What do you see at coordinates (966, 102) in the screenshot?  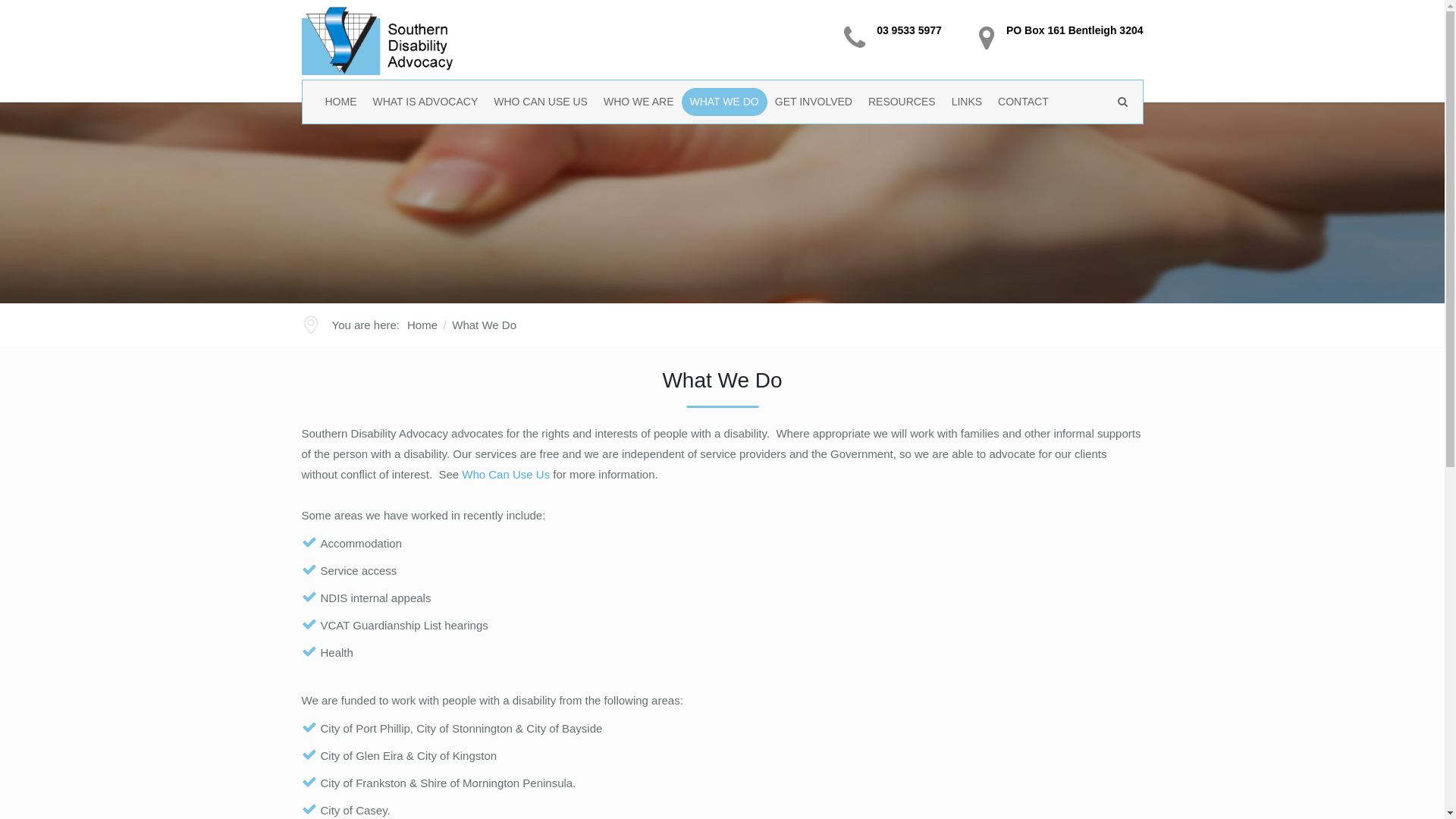 I see `'LINKS'` at bounding box center [966, 102].